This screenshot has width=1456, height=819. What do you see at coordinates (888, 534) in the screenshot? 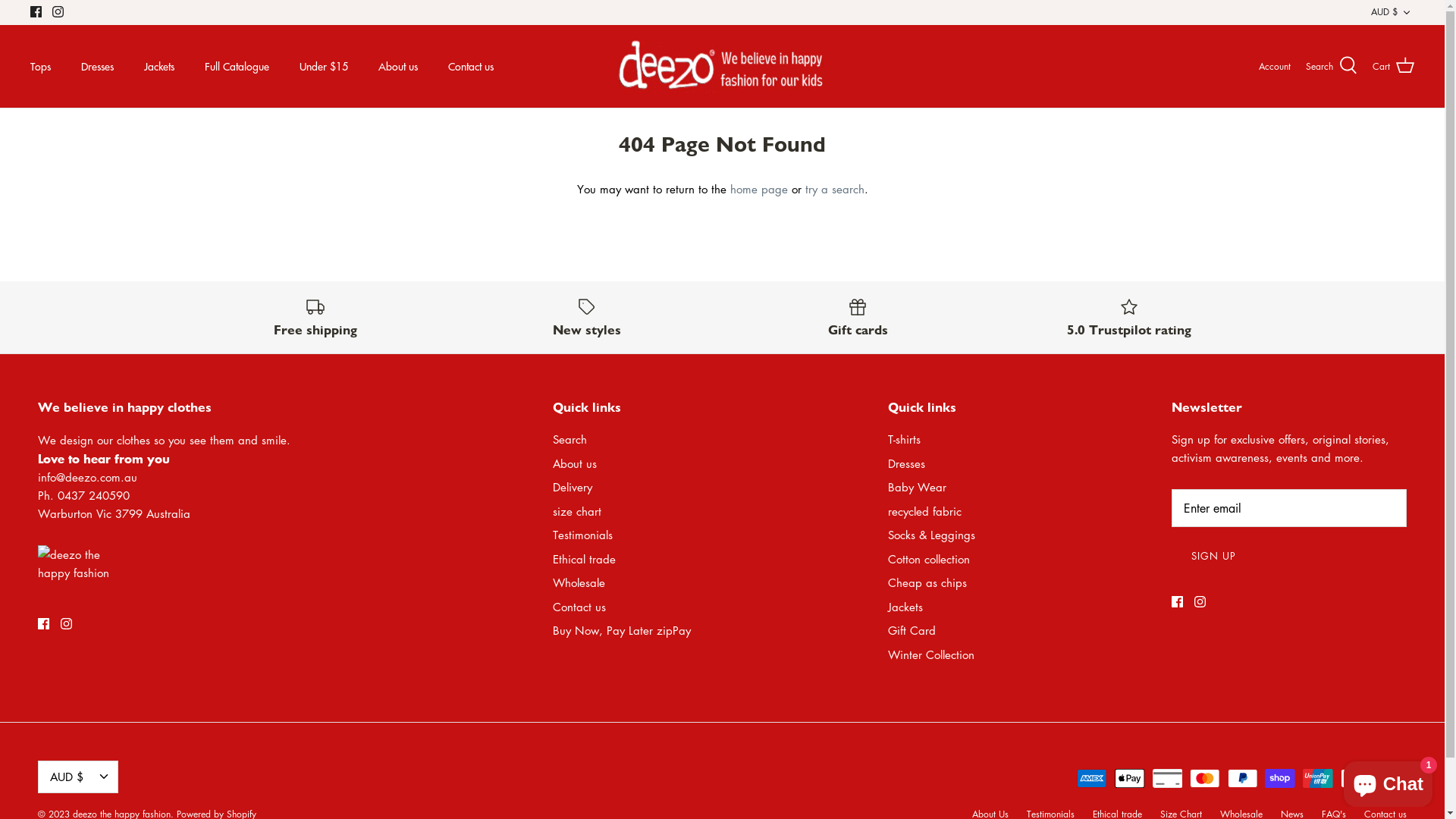
I see `'Socks & Leggings'` at bounding box center [888, 534].